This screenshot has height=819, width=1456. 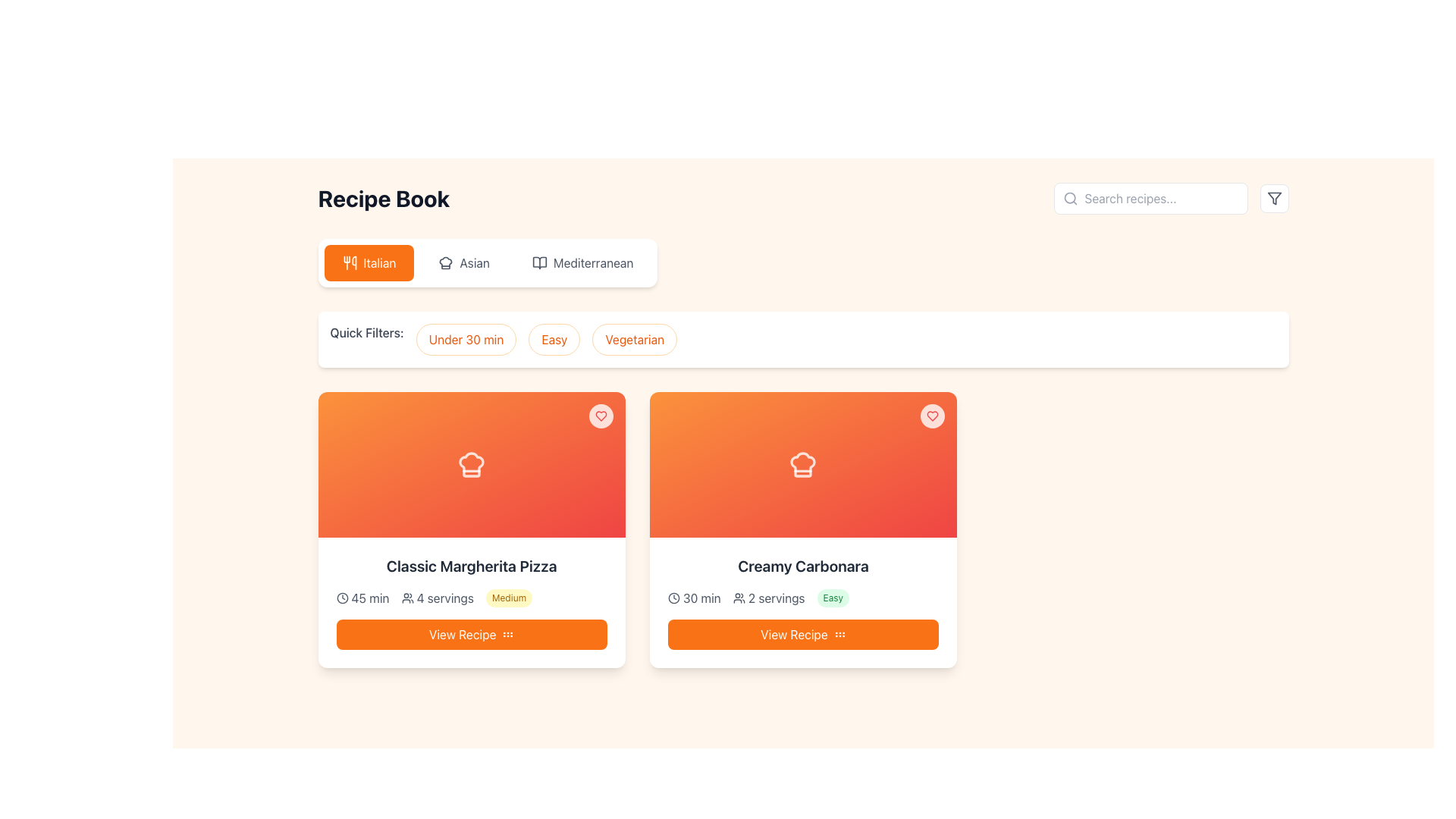 I want to click on the 'Easy' button, so click(x=554, y=338).